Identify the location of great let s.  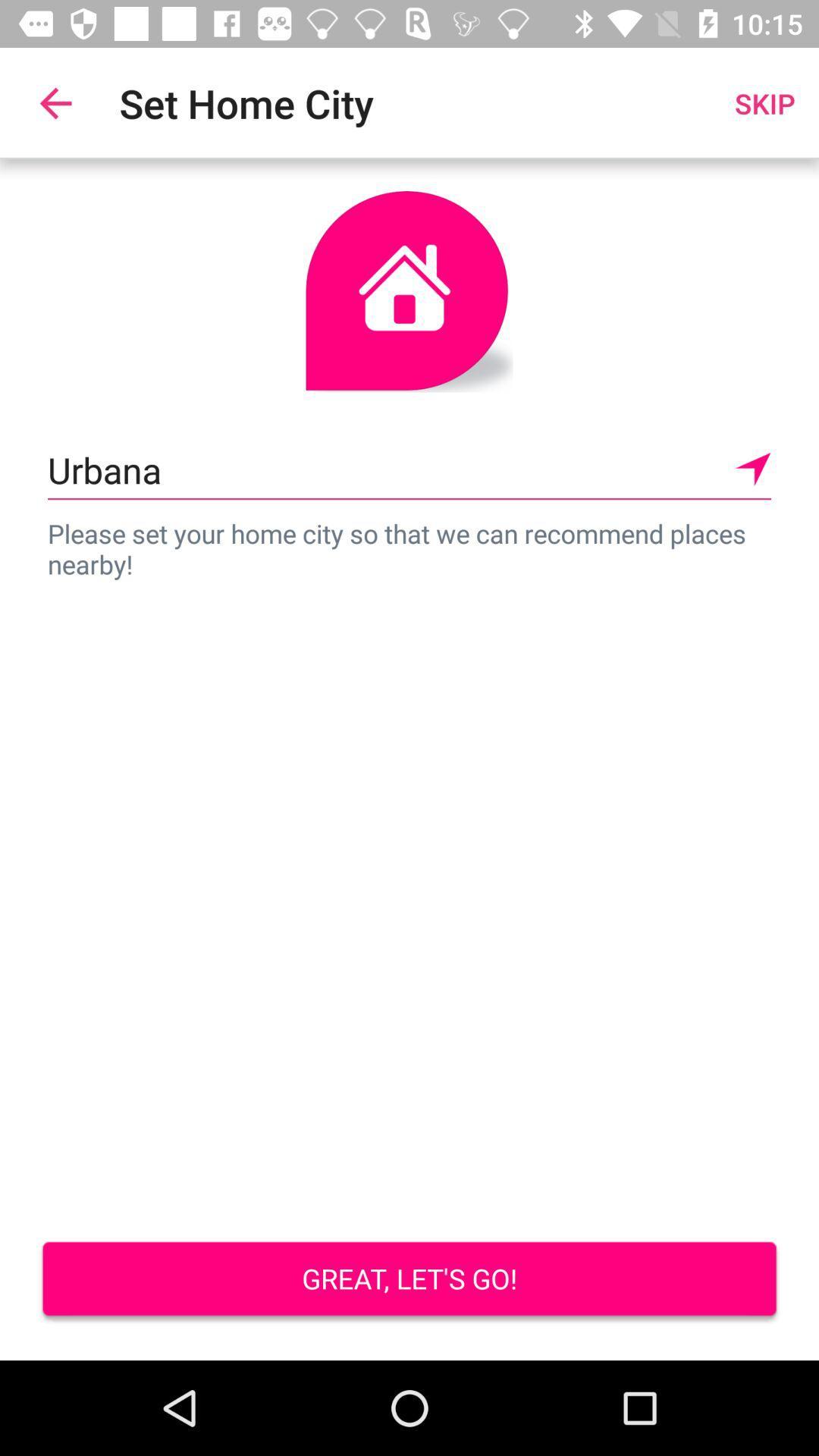
(409, 1280).